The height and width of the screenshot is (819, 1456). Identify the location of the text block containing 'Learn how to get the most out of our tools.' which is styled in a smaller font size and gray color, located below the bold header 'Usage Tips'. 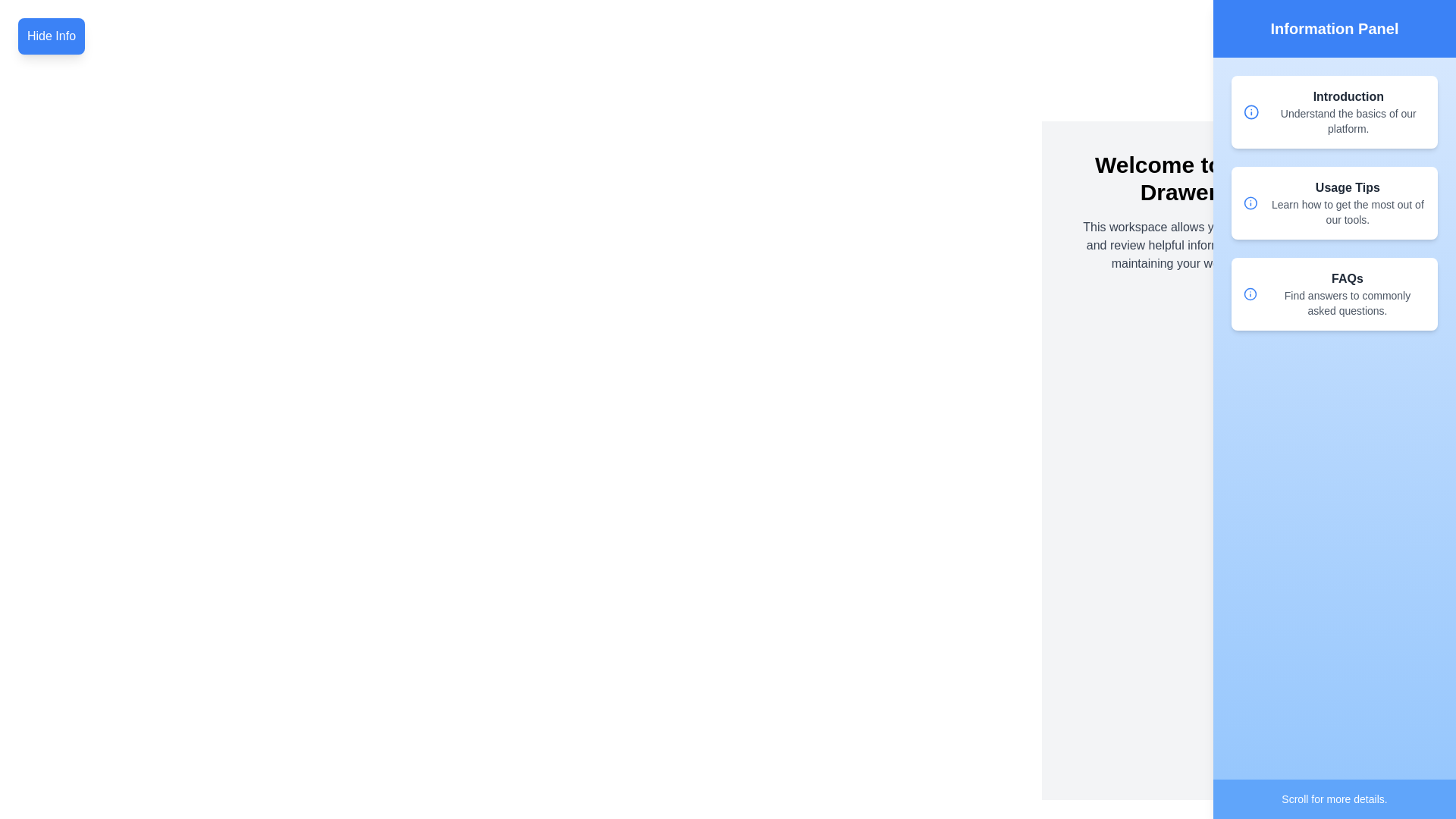
(1348, 212).